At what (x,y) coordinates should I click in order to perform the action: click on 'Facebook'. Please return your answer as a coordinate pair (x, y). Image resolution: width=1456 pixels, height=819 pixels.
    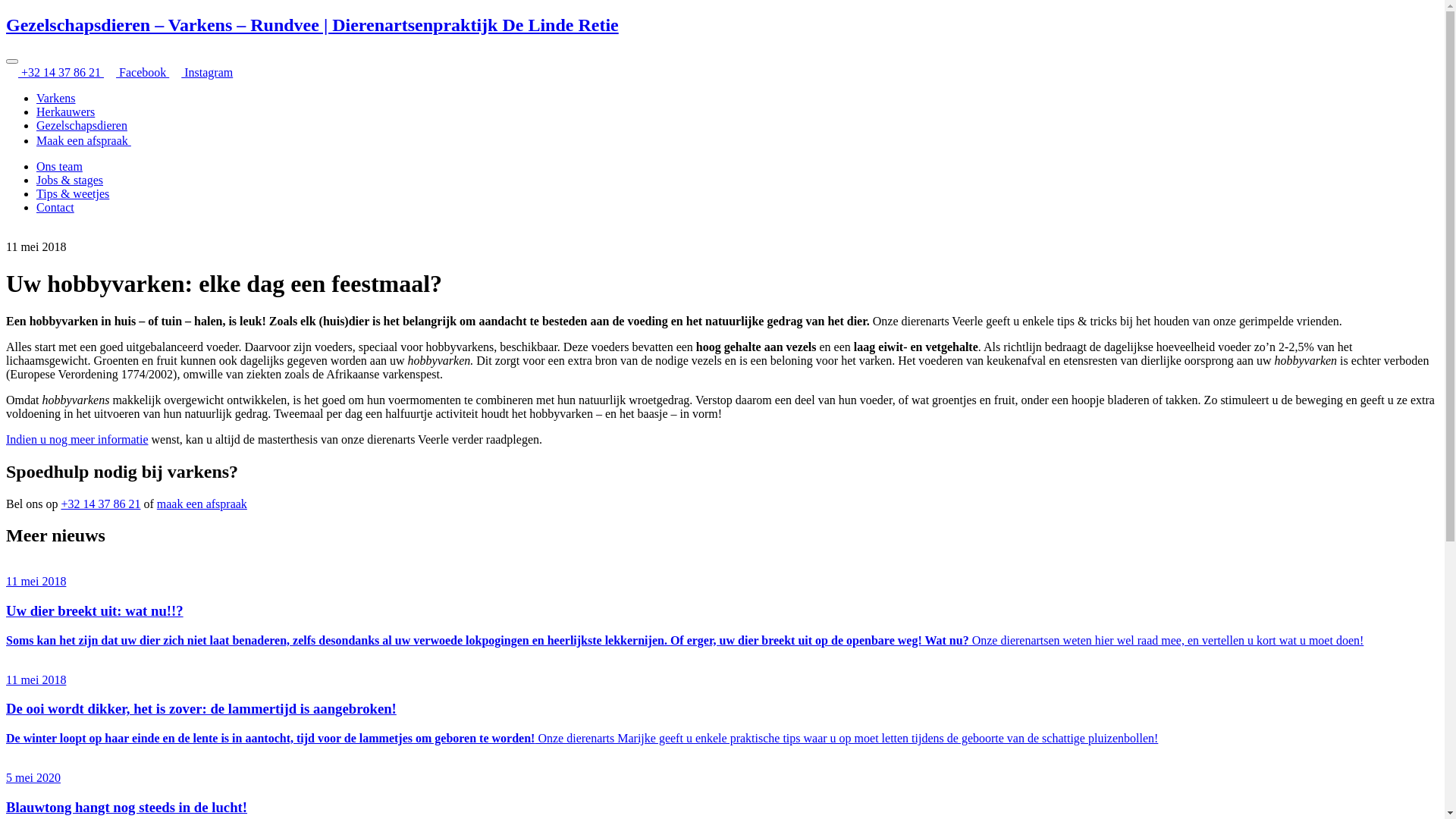
    Looking at the image, I should click on (136, 72).